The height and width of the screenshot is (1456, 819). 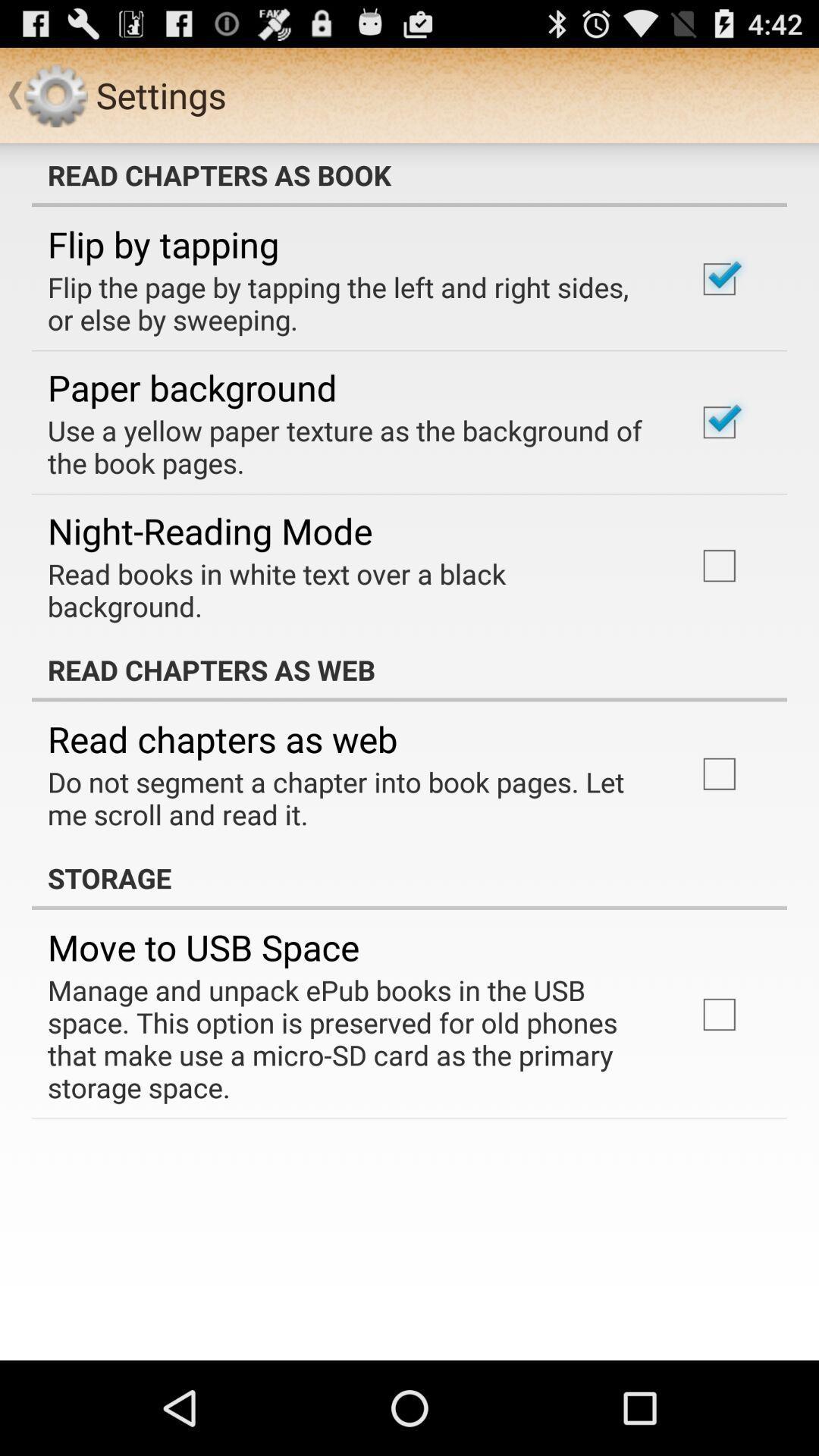 I want to click on move to usb item, so click(x=202, y=946).